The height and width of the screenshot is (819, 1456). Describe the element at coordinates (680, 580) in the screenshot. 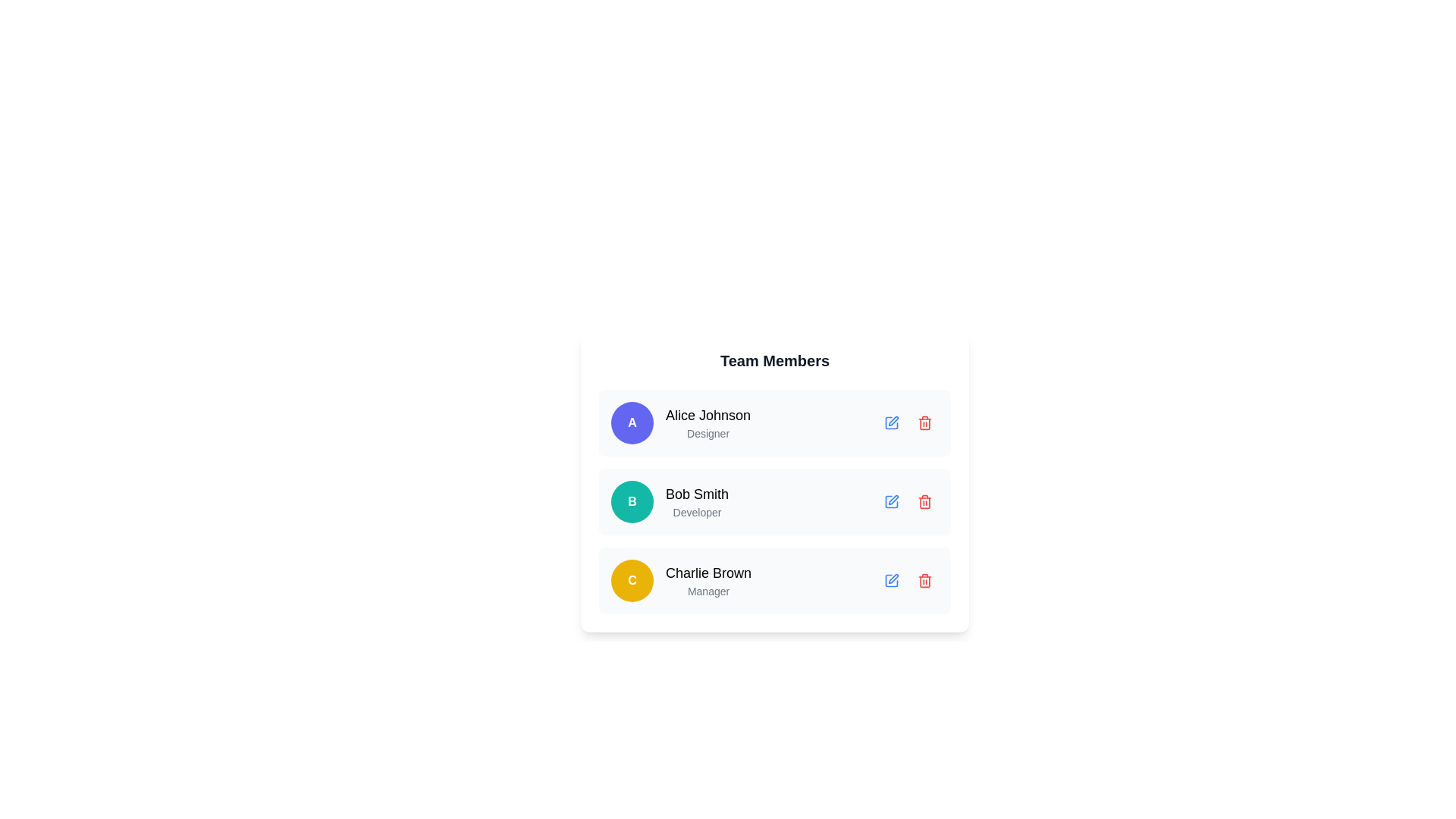

I see `the name 'Charlie Brown' in the user information list item, which features a circular icon with 'C' inside a yellow filled circle` at that location.